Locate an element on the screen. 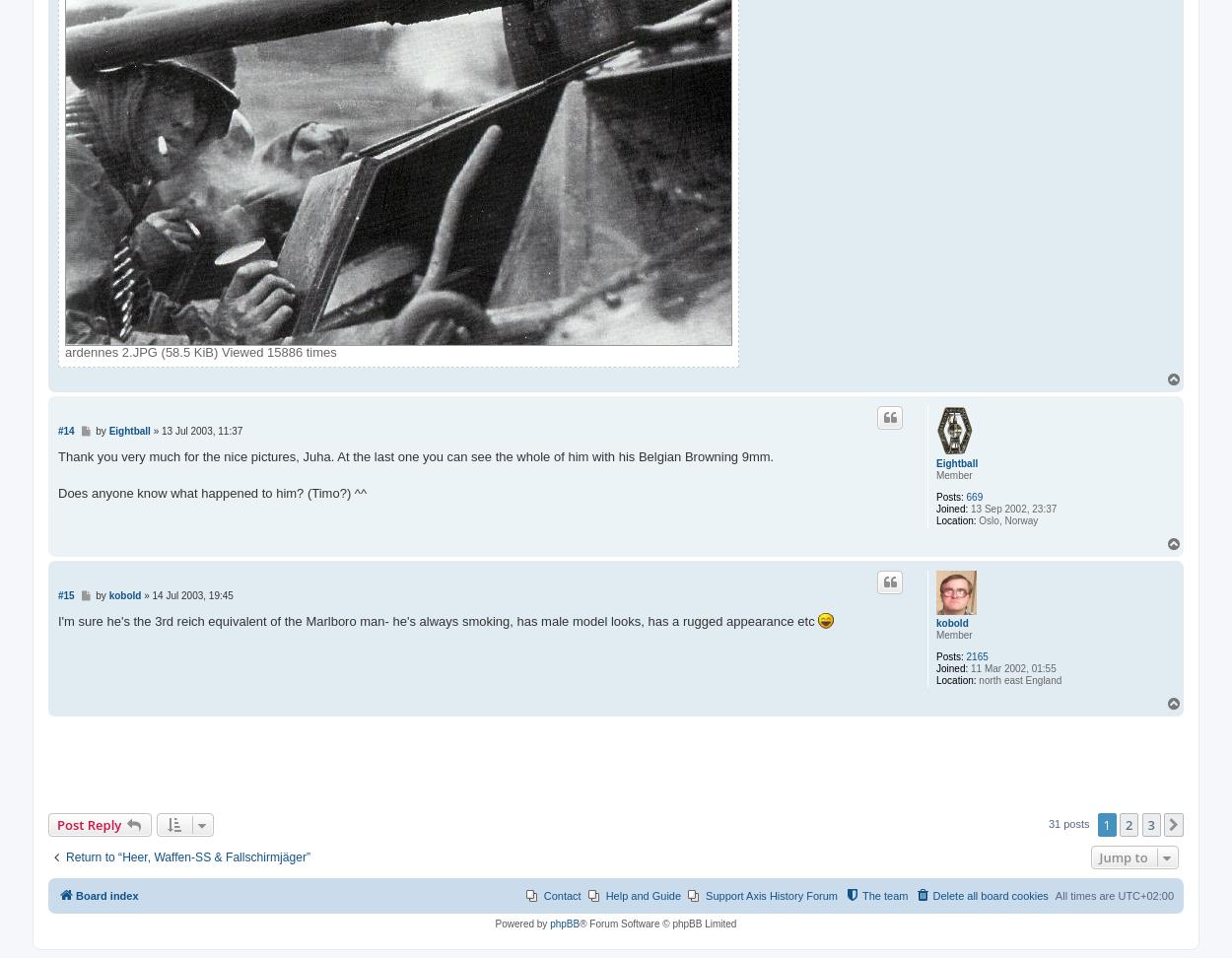 The height and width of the screenshot is (958, 1232). 'Help and Guide' is located at coordinates (643, 896).